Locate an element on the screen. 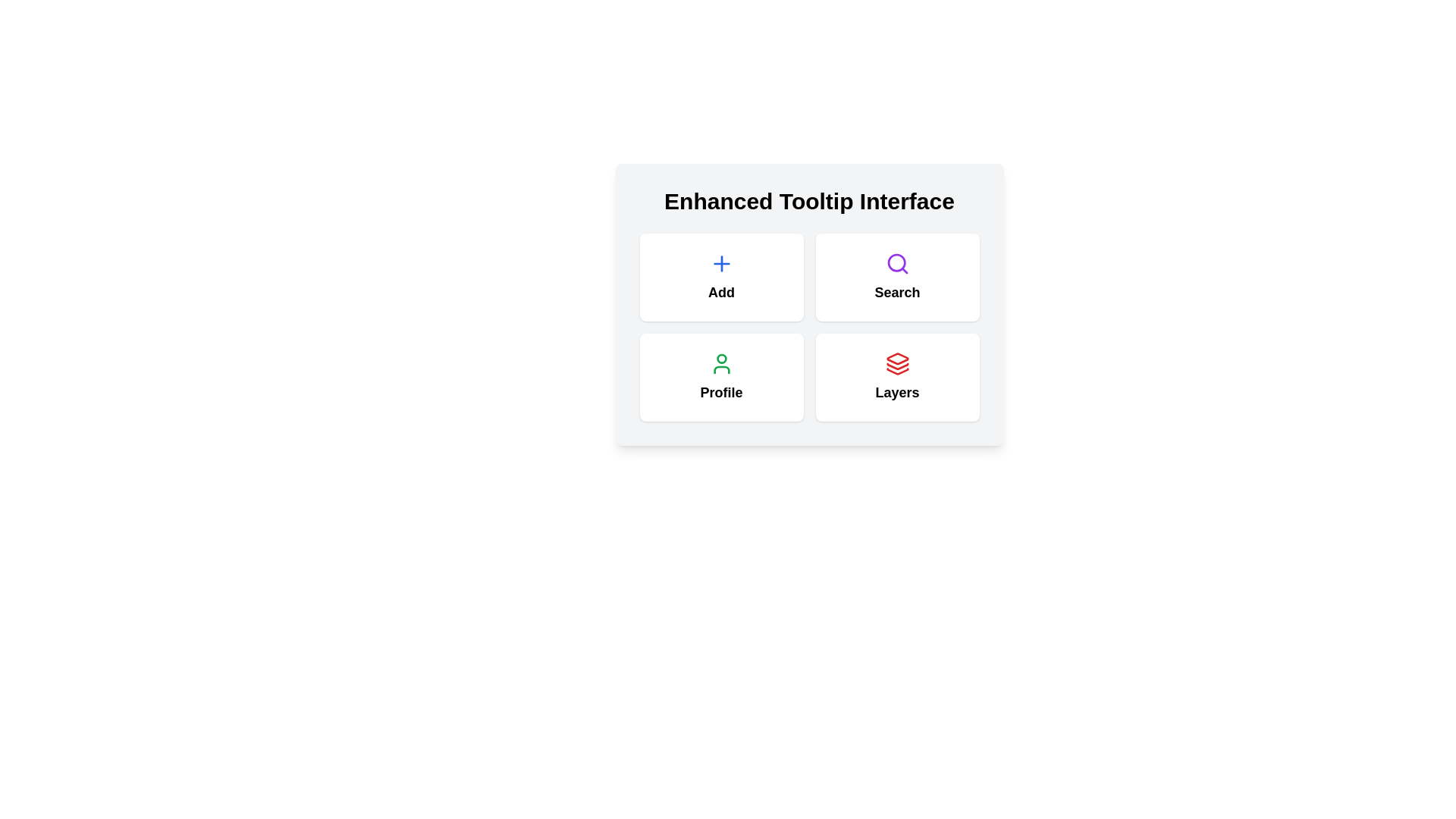  the static text label reading 'Layers', which is styled with a bold font and is located beneath a red icon representing layers in the bottom-right corner of the grid layout is located at coordinates (897, 391).